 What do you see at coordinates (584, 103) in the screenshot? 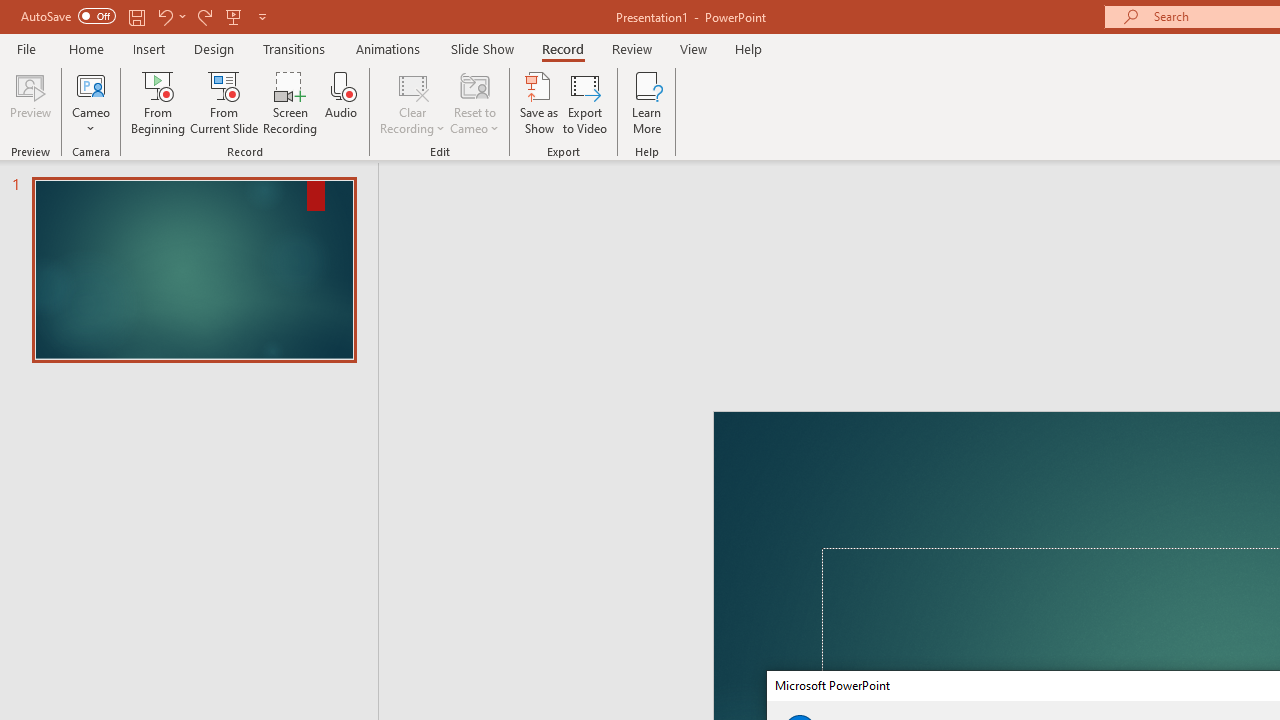
I see `'Export to Video'` at bounding box center [584, 103].